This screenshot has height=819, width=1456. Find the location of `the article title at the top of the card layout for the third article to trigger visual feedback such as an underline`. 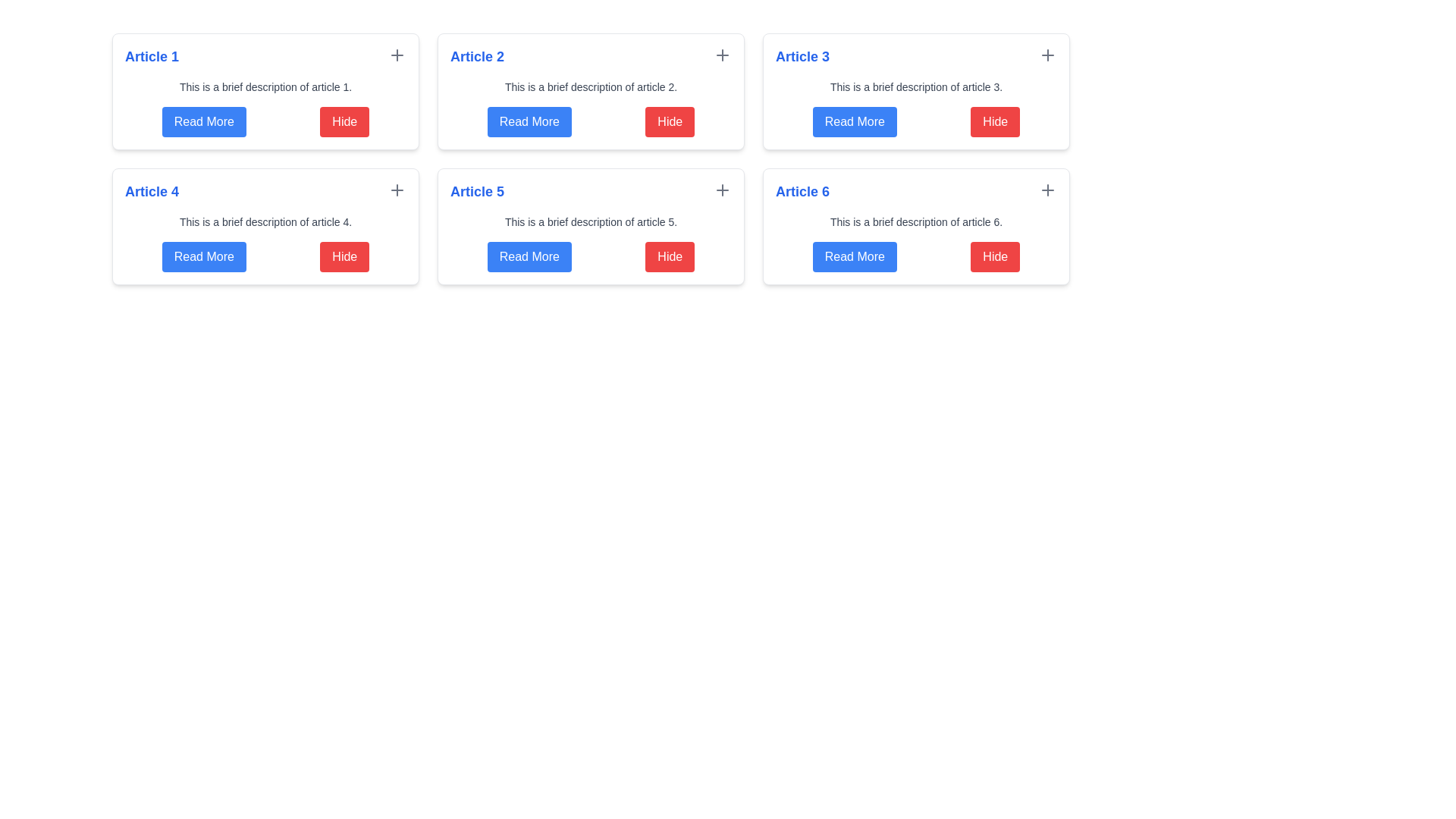

the article title at the top of the card layout for the third article to trigger visual feedback such as an underline is located at coordinates (915, 55).